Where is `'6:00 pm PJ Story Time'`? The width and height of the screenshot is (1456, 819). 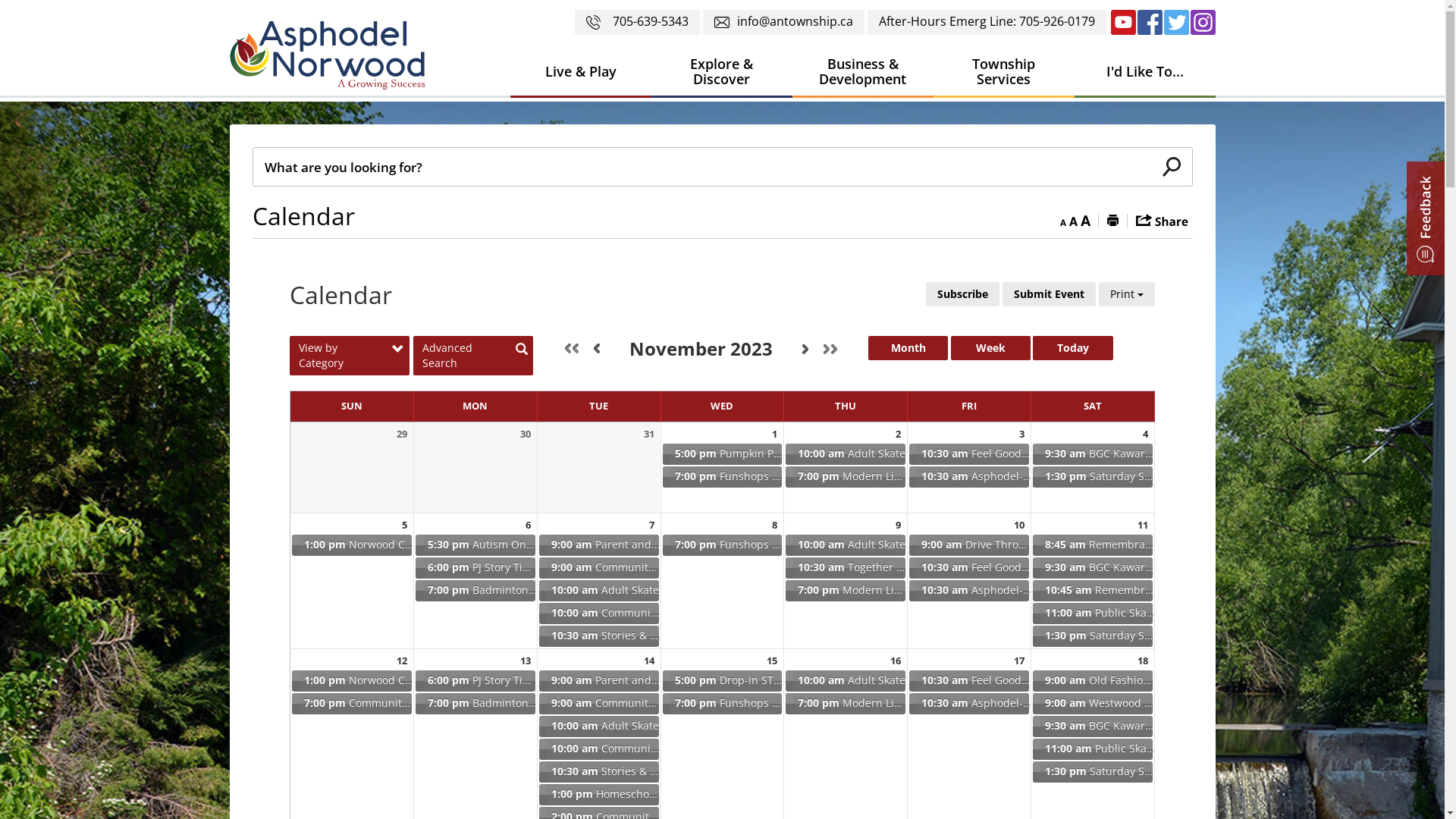
'6:00 pm PJ Story Time' is located at coordinates (475, 567).